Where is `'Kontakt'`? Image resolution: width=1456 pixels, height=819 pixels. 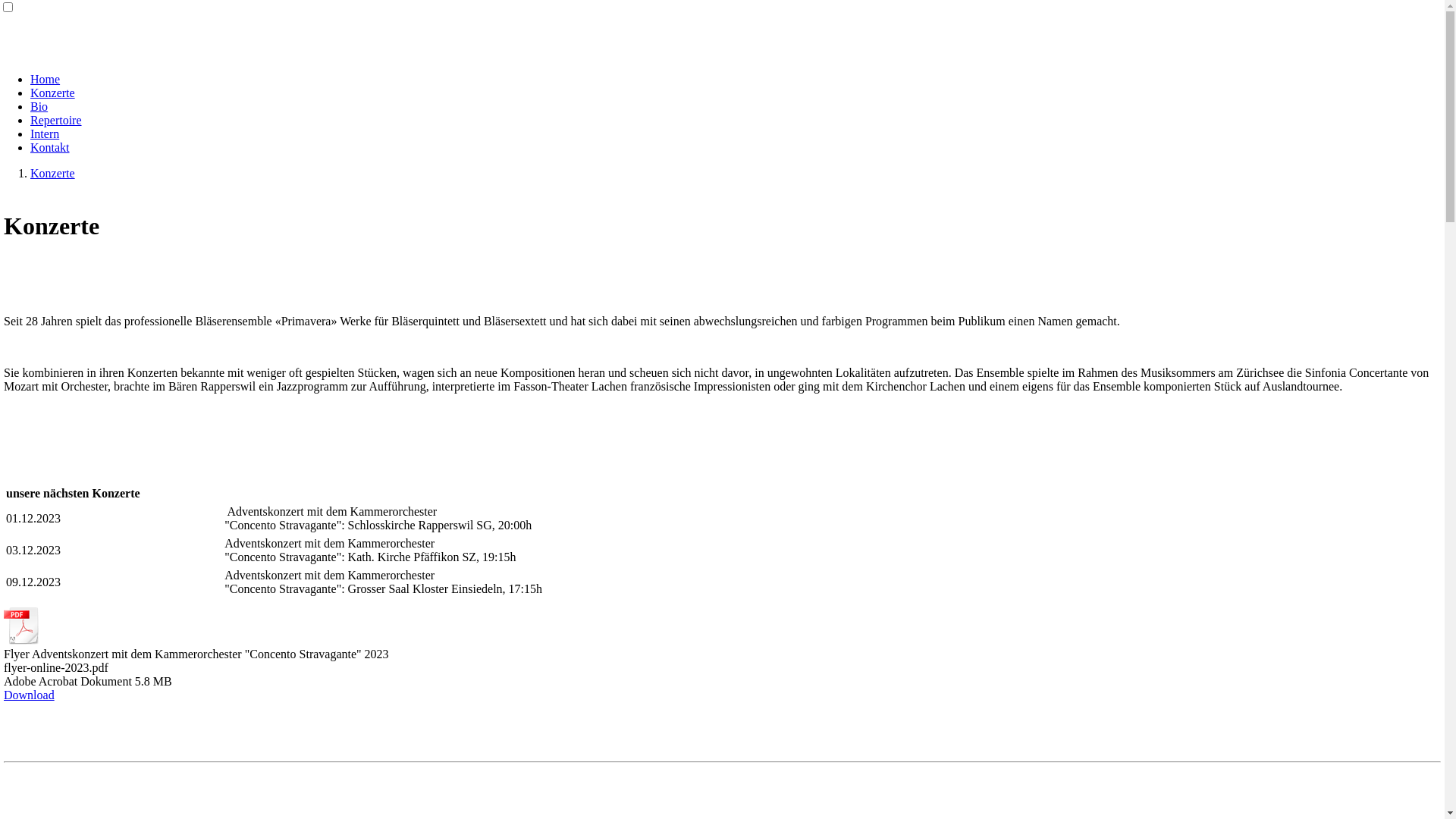 'Kontakt' is located at coordinates (50, 147).